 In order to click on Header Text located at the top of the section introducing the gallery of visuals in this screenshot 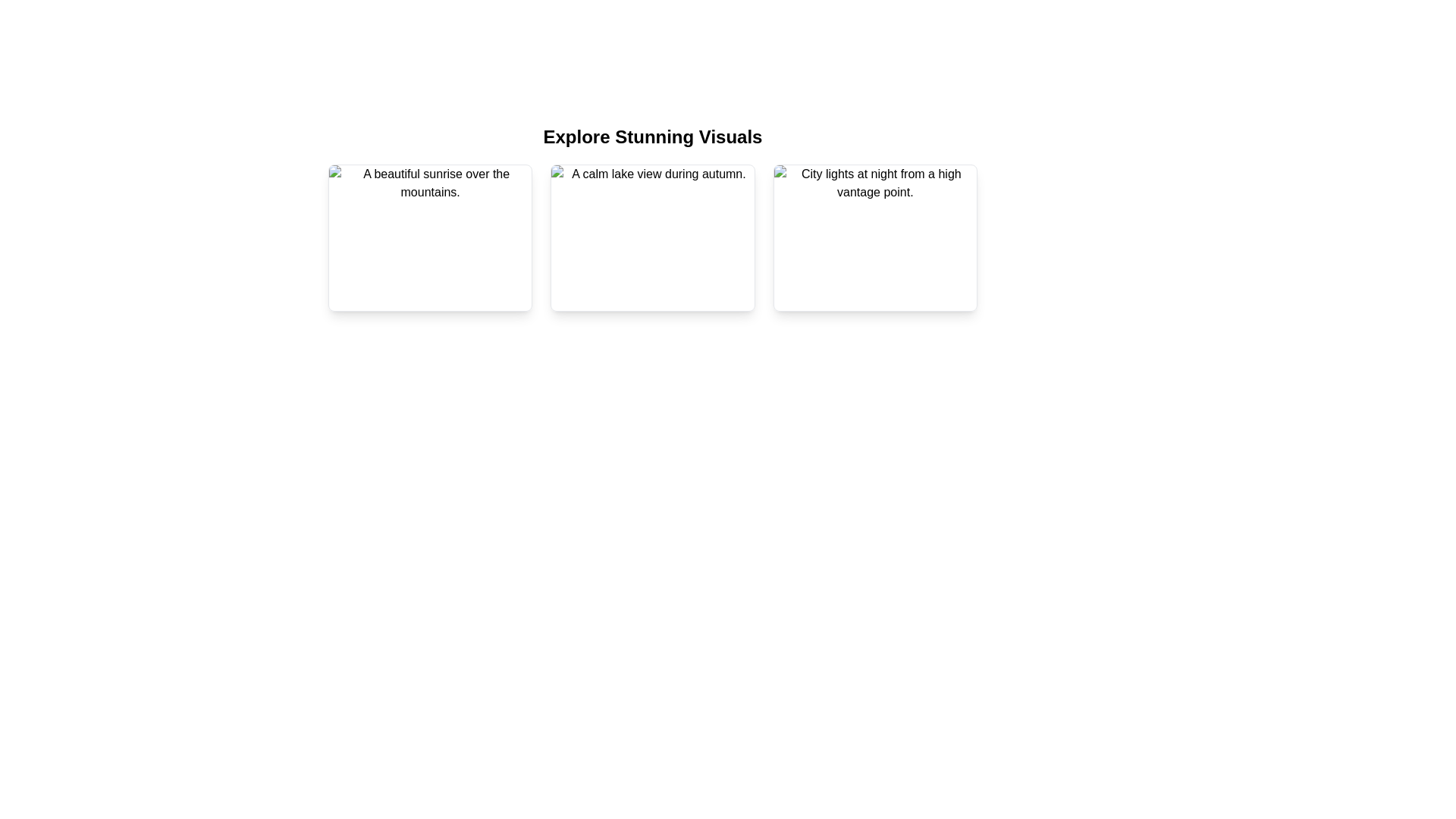, I will do `click(652, 137)`.